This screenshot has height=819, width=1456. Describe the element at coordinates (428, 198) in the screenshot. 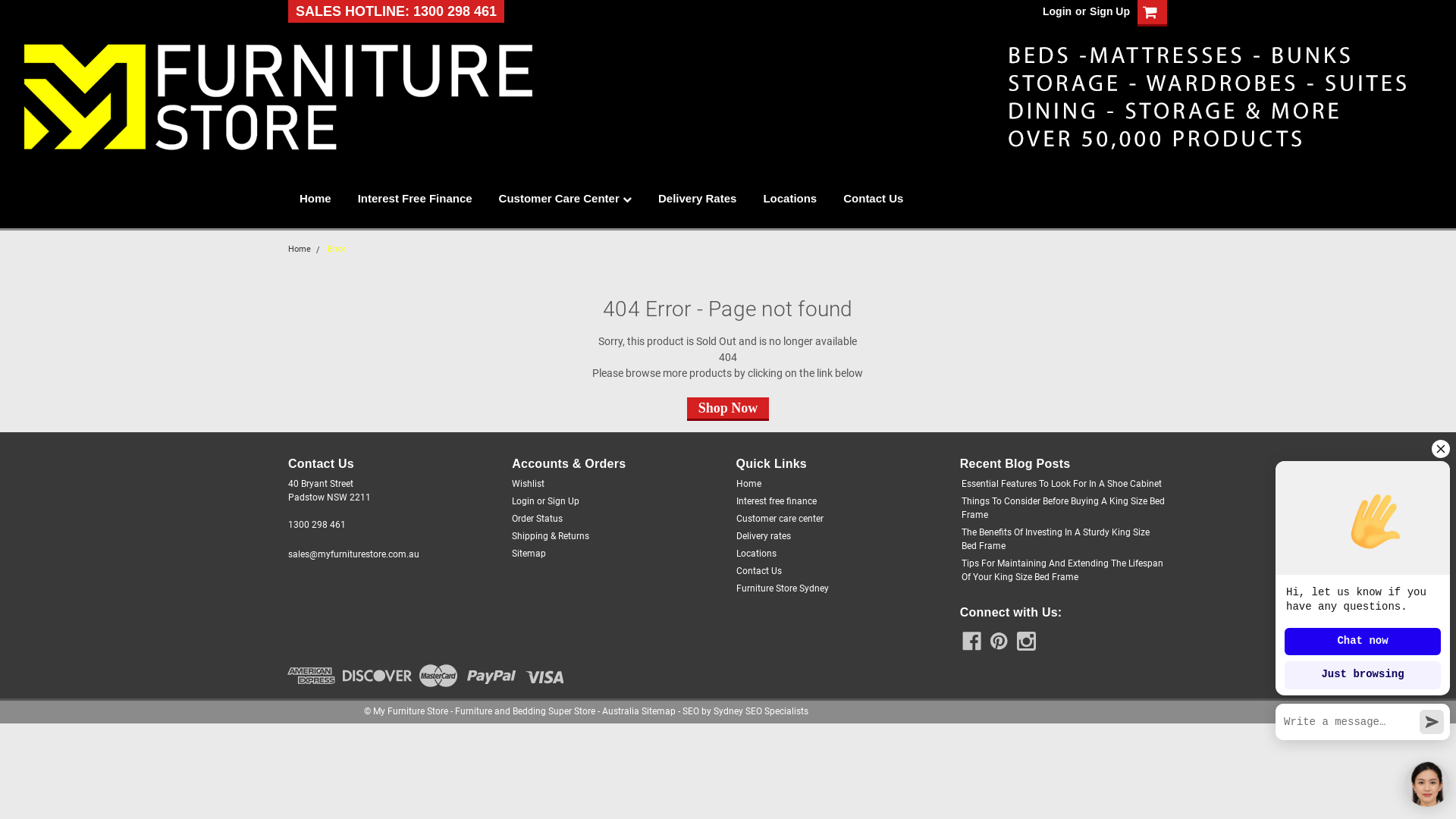

I see `'Interest Free Finance'` at that location.